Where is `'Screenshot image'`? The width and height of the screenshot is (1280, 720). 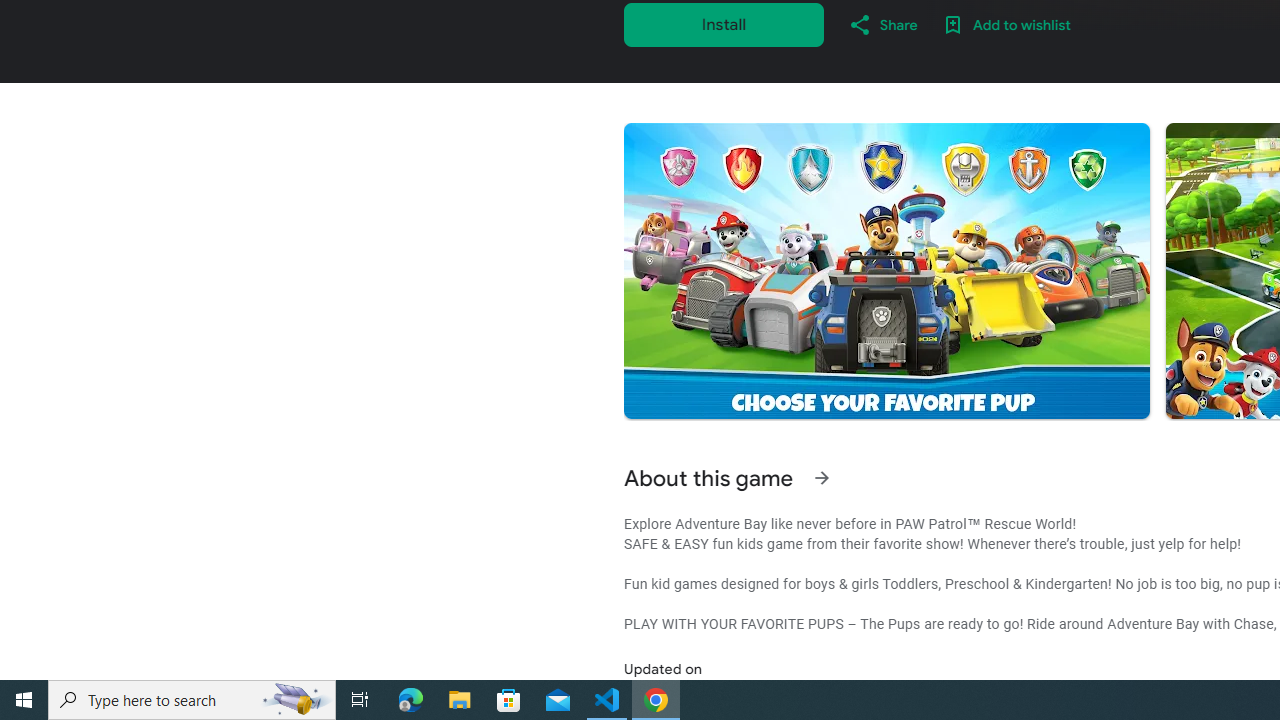 'Screenshot image' is located at coordinates (885, 271).